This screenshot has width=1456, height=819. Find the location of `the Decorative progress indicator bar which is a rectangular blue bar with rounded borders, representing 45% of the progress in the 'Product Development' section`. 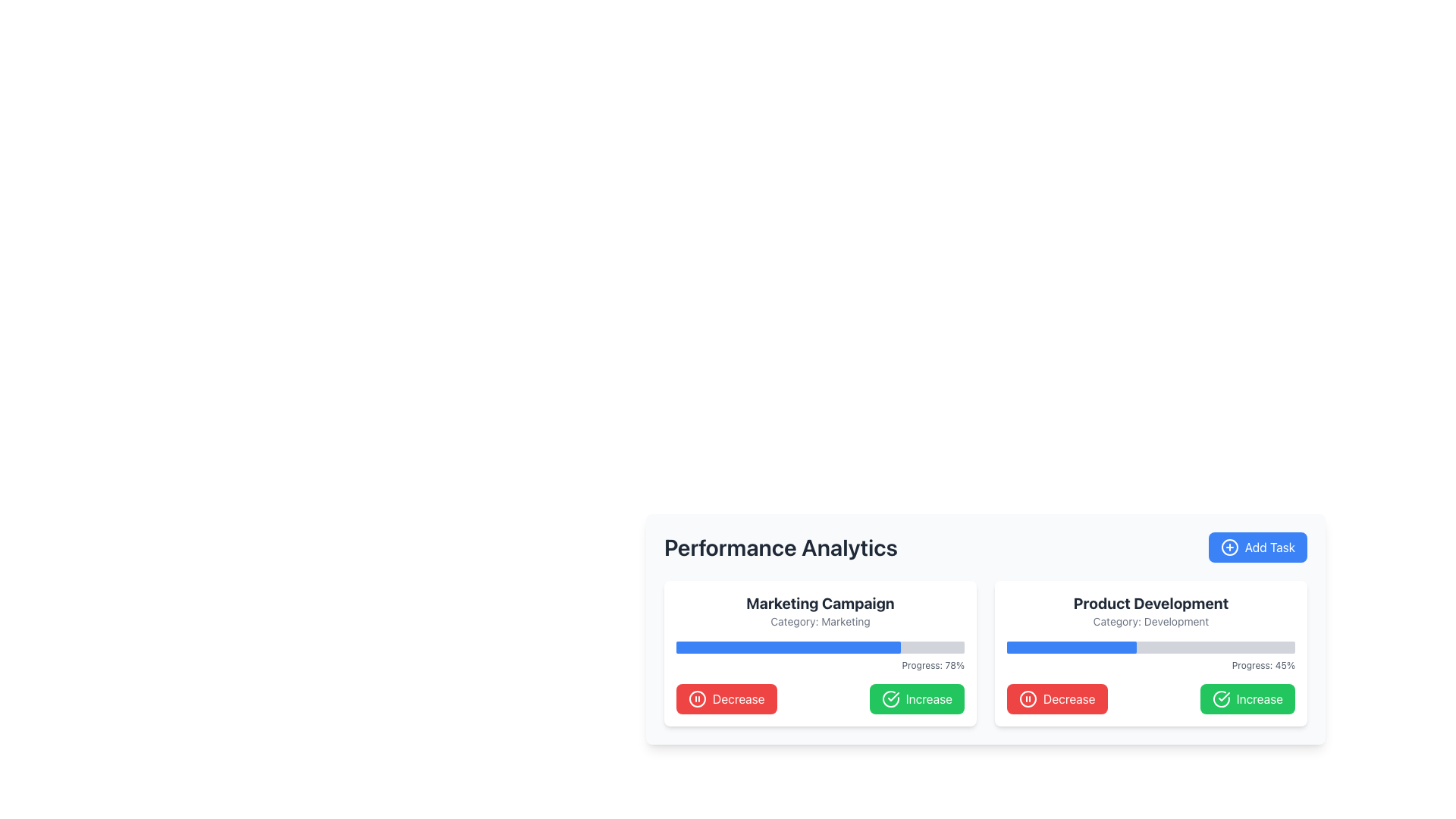

the Decorative progress indicator bar which is a rectangular blue bar with rounded borders, representing 45% of the progress in the 'Product Development' section is located at coordinates (1071, 647).